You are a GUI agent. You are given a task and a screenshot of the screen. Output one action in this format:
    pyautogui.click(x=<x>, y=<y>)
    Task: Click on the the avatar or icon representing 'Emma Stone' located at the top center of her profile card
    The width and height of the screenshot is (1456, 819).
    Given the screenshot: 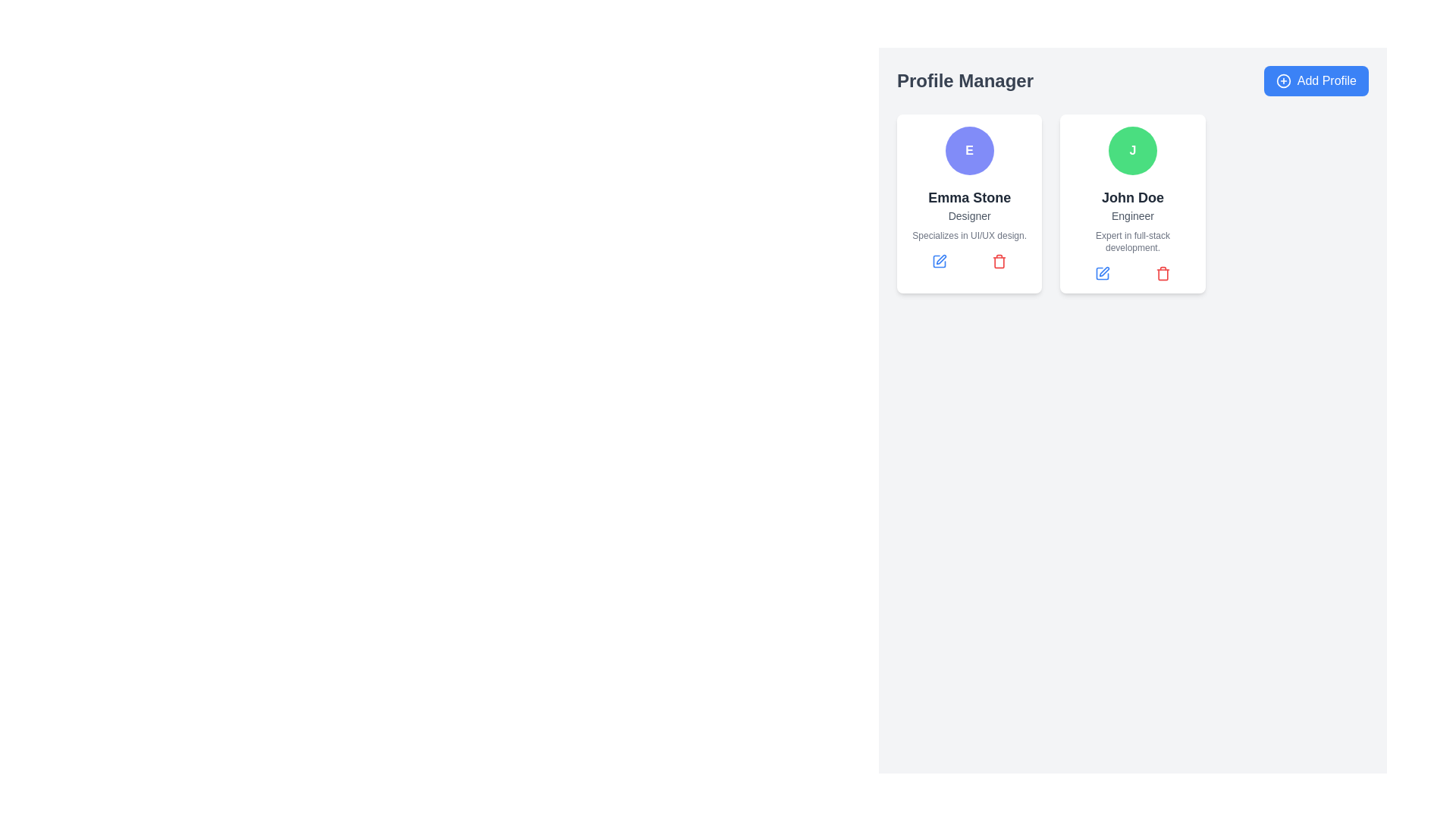 What is the action you would take?
    pyautogui.click(x=968, y=151)
    